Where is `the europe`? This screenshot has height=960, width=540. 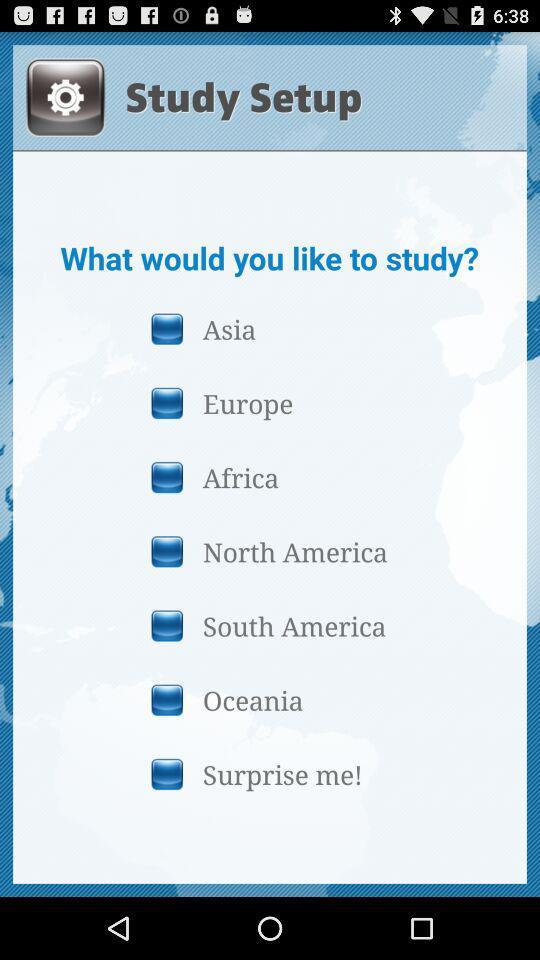 the europe is located at coordinates (269, 402).